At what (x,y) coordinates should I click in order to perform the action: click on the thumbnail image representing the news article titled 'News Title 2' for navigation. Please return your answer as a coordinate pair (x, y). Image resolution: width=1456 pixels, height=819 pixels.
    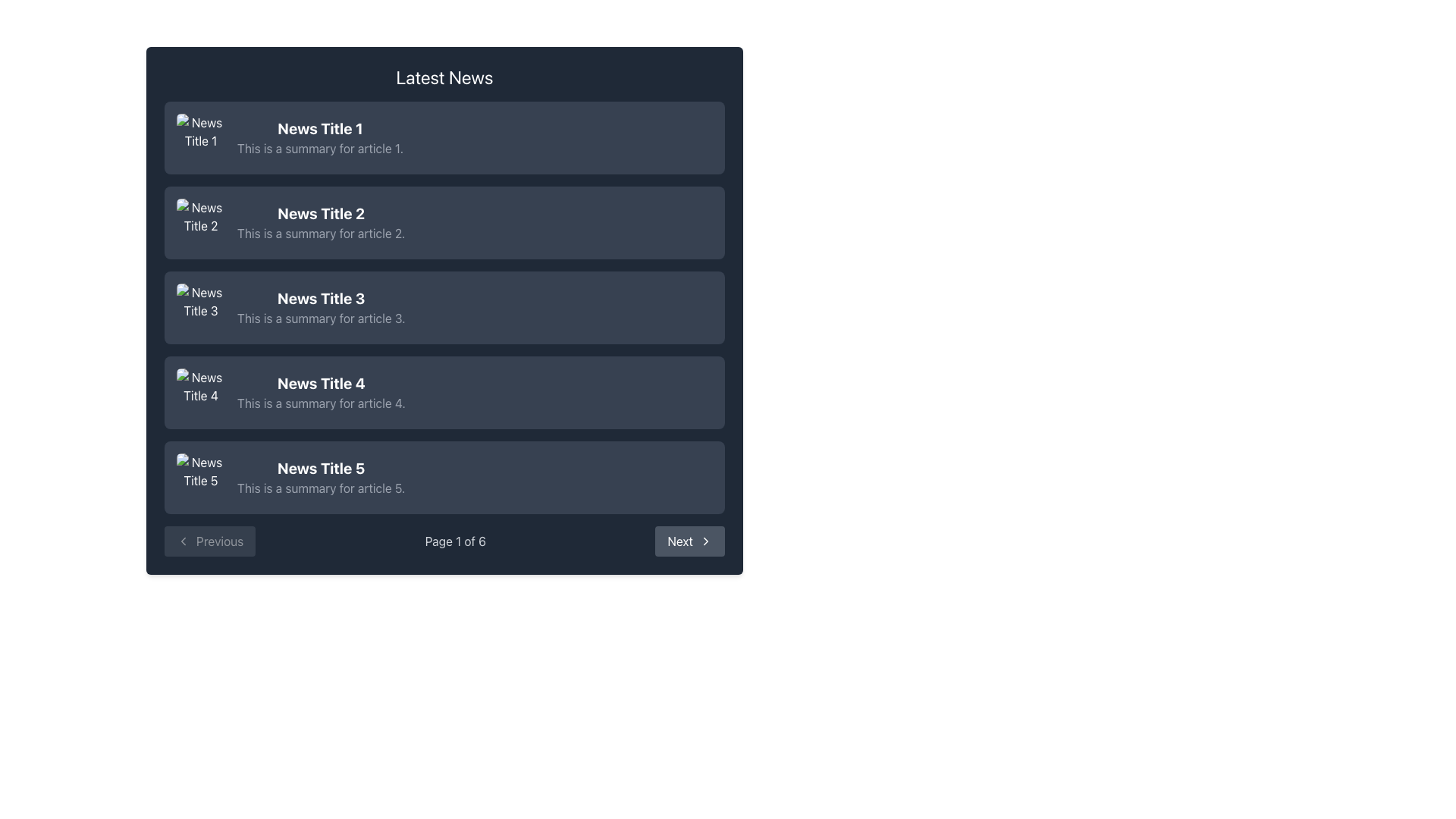
    Looking at the image, I should click on (199, 222).